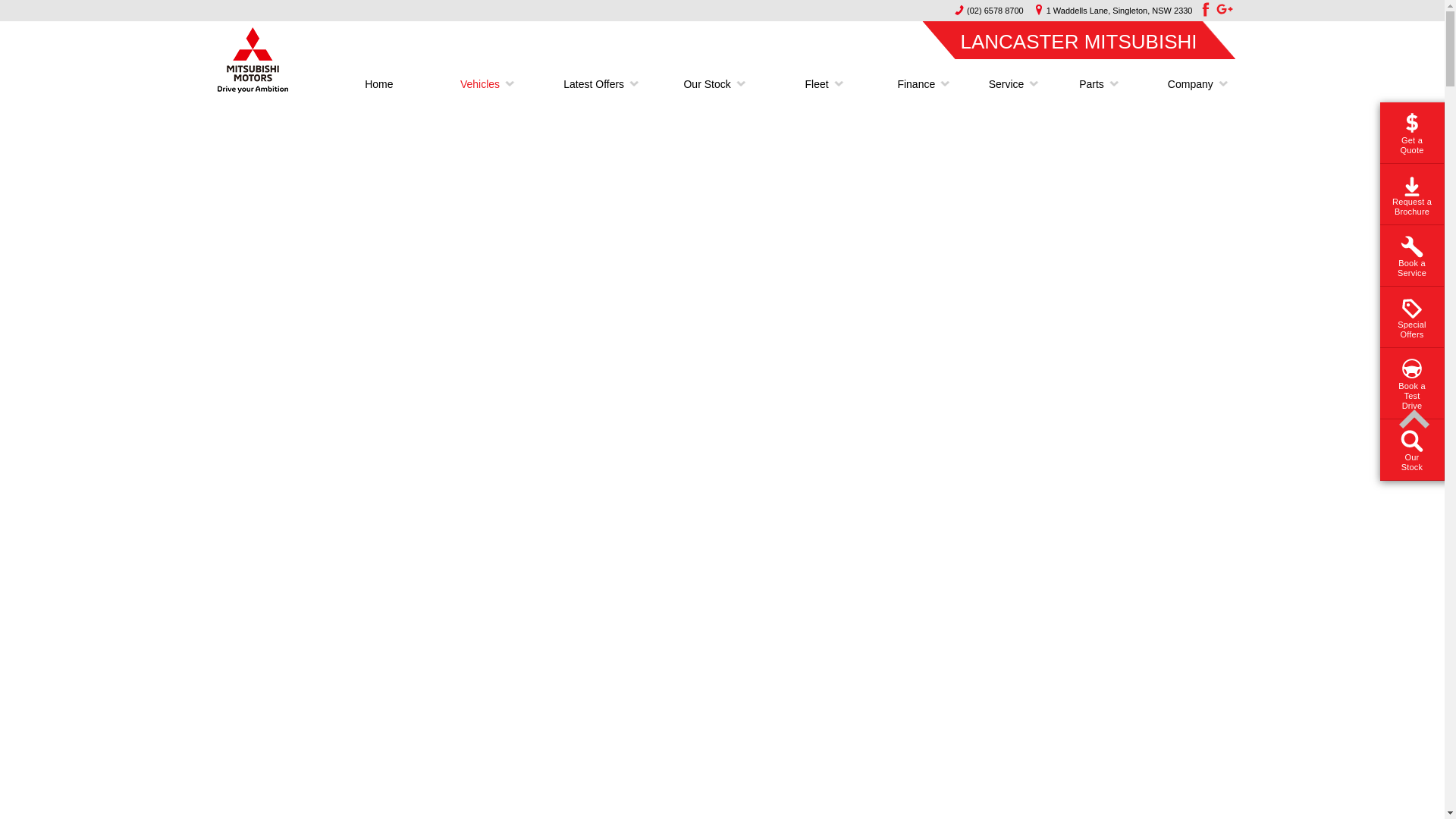 The height and width of the screenshot is (819, 1456). What do you see at coordinates (1203, 8) in the screenshot?
I see `'facebook'` at bounding box center [1203, 8].